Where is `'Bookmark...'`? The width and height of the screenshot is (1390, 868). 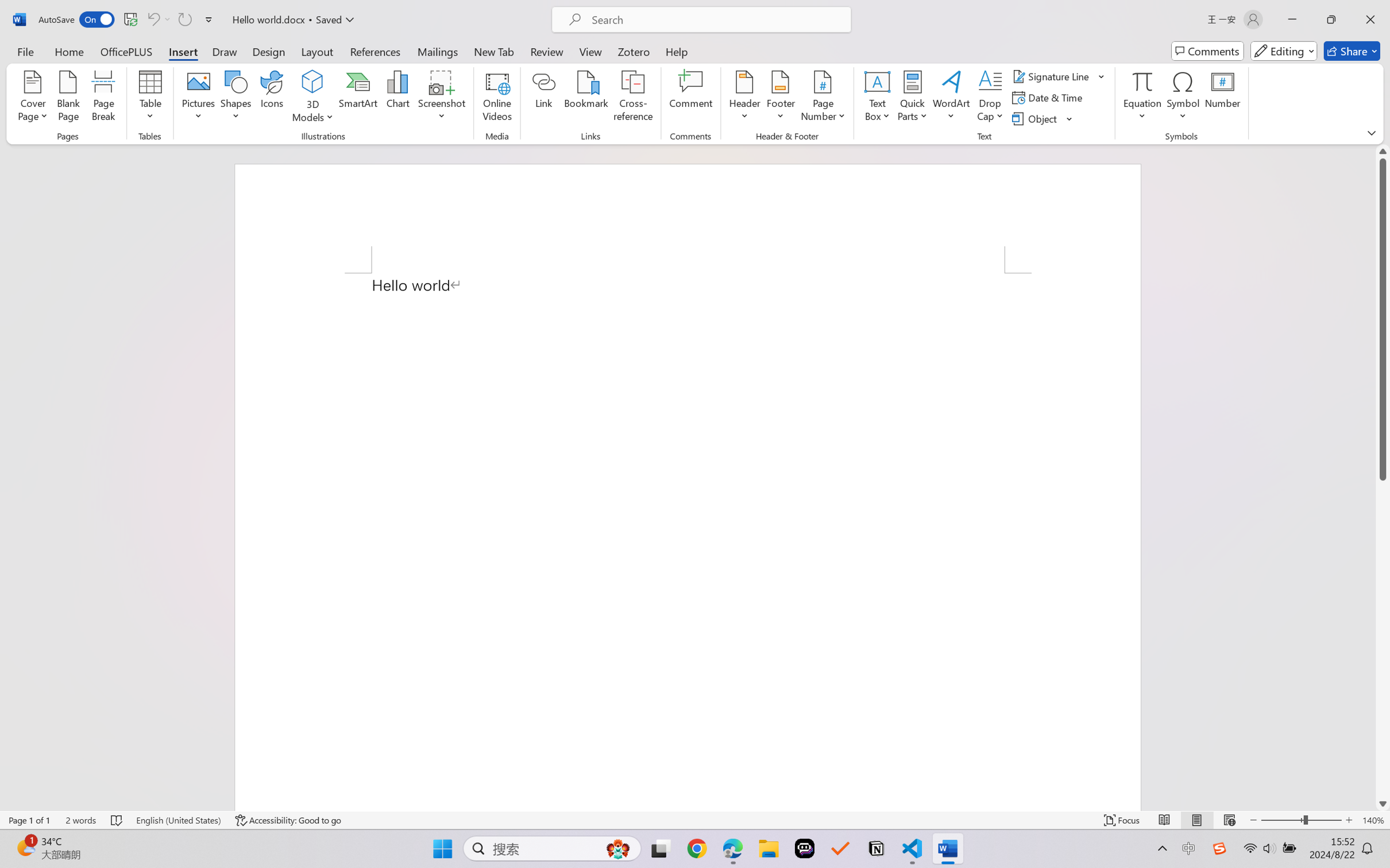 'Bookmark...' is located at coordinates (586, 98).